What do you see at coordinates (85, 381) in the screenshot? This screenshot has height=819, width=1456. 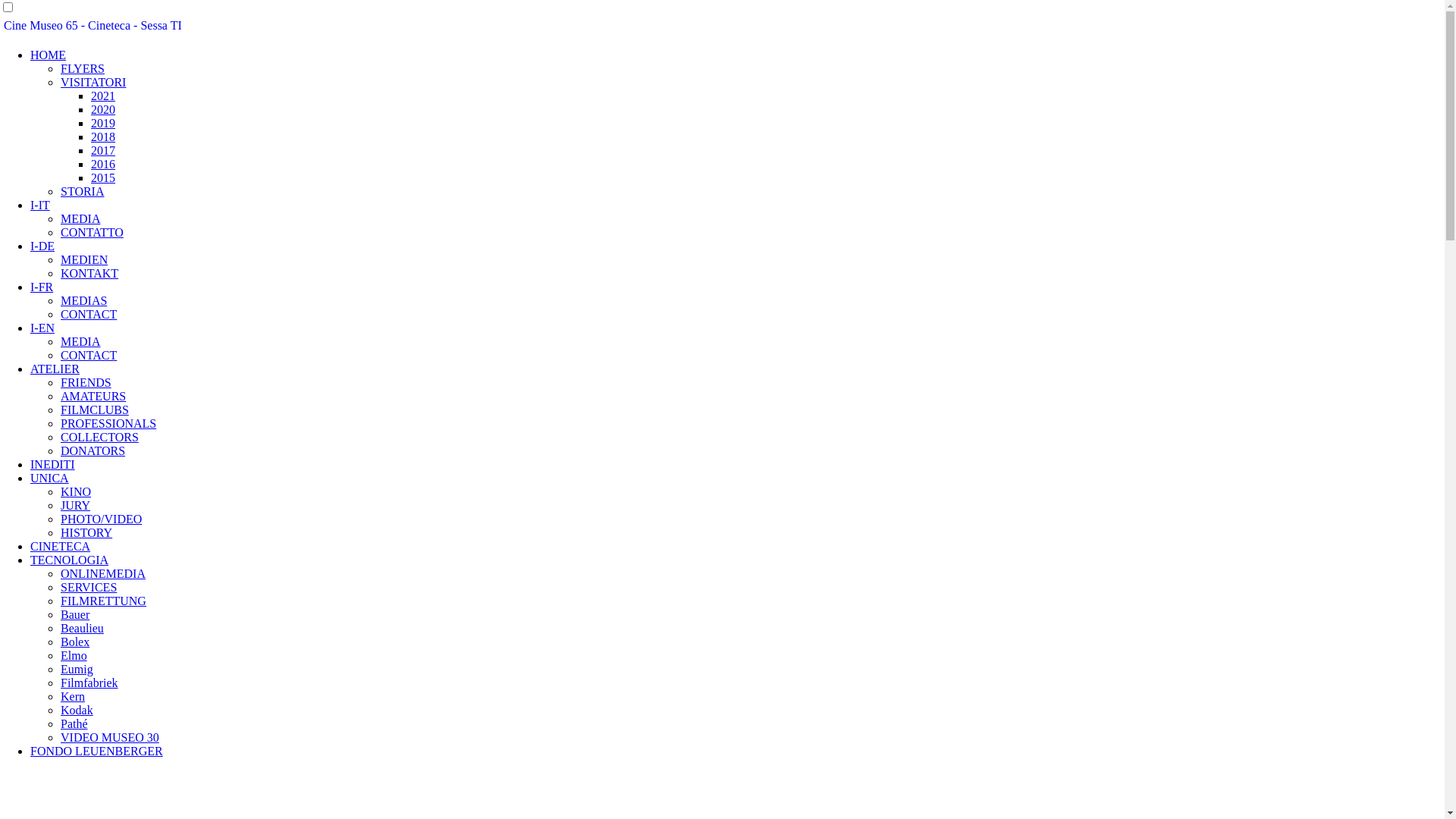 I see `'FRIENDS'` at bounding box center [85, 381].